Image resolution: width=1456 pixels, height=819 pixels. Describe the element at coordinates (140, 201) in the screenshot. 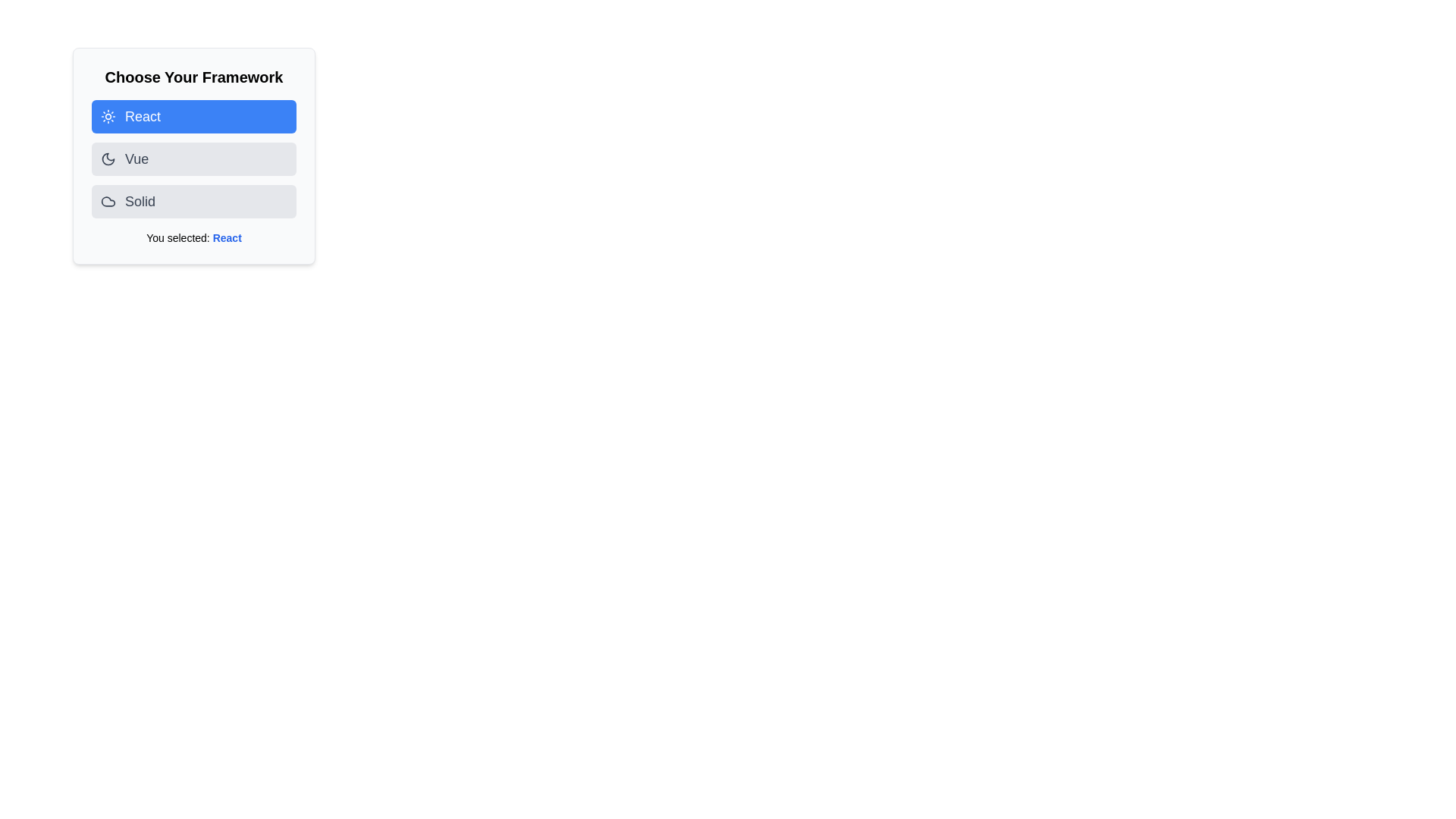

I see `text label displaying 'Solid' which is bold and located immediately to the right of the cloud icon in the 'Solid' option row` at that location.